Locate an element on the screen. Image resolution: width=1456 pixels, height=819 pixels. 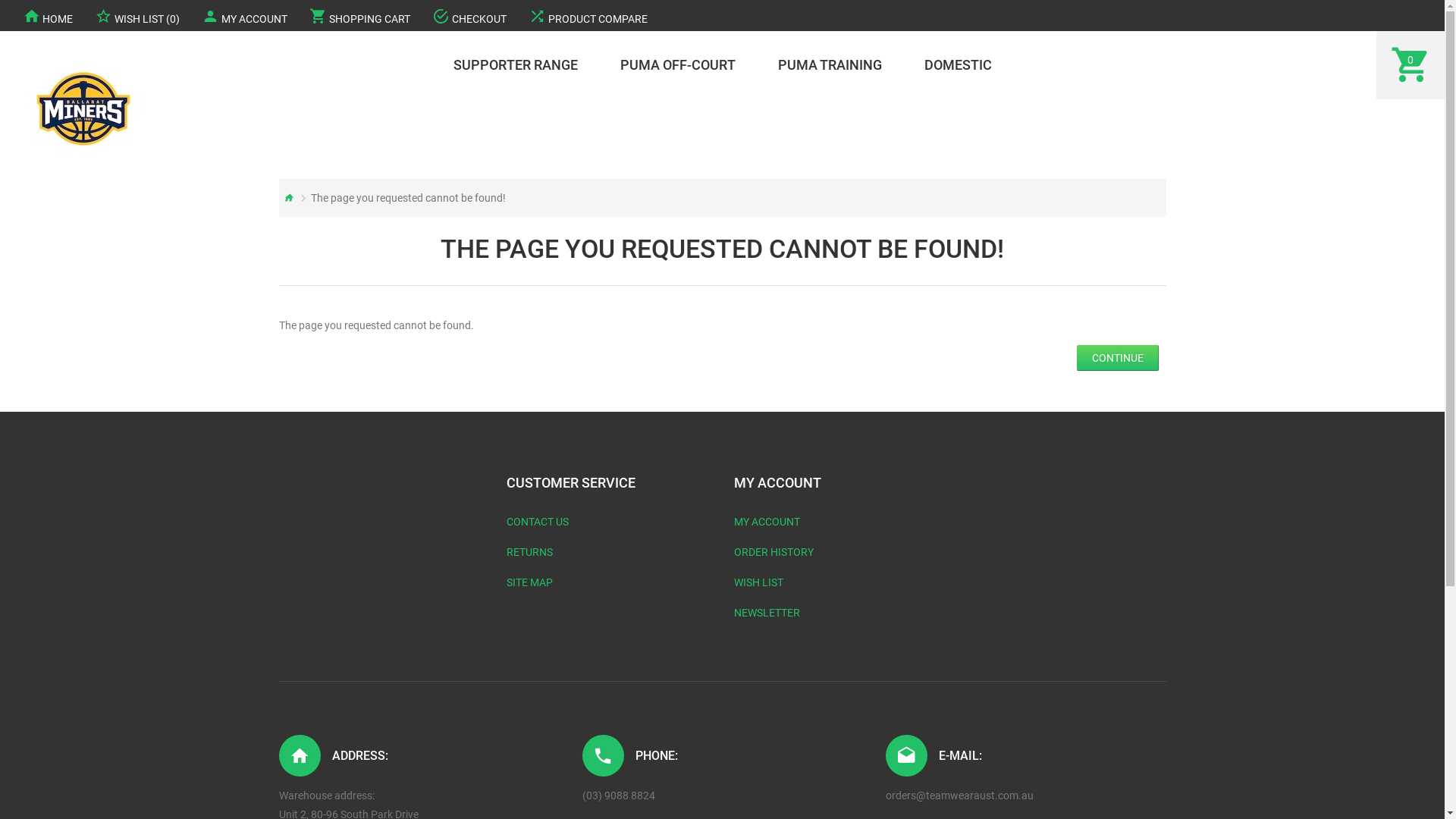
'ORDER HISTORY' is located at coordinates (773, 552).